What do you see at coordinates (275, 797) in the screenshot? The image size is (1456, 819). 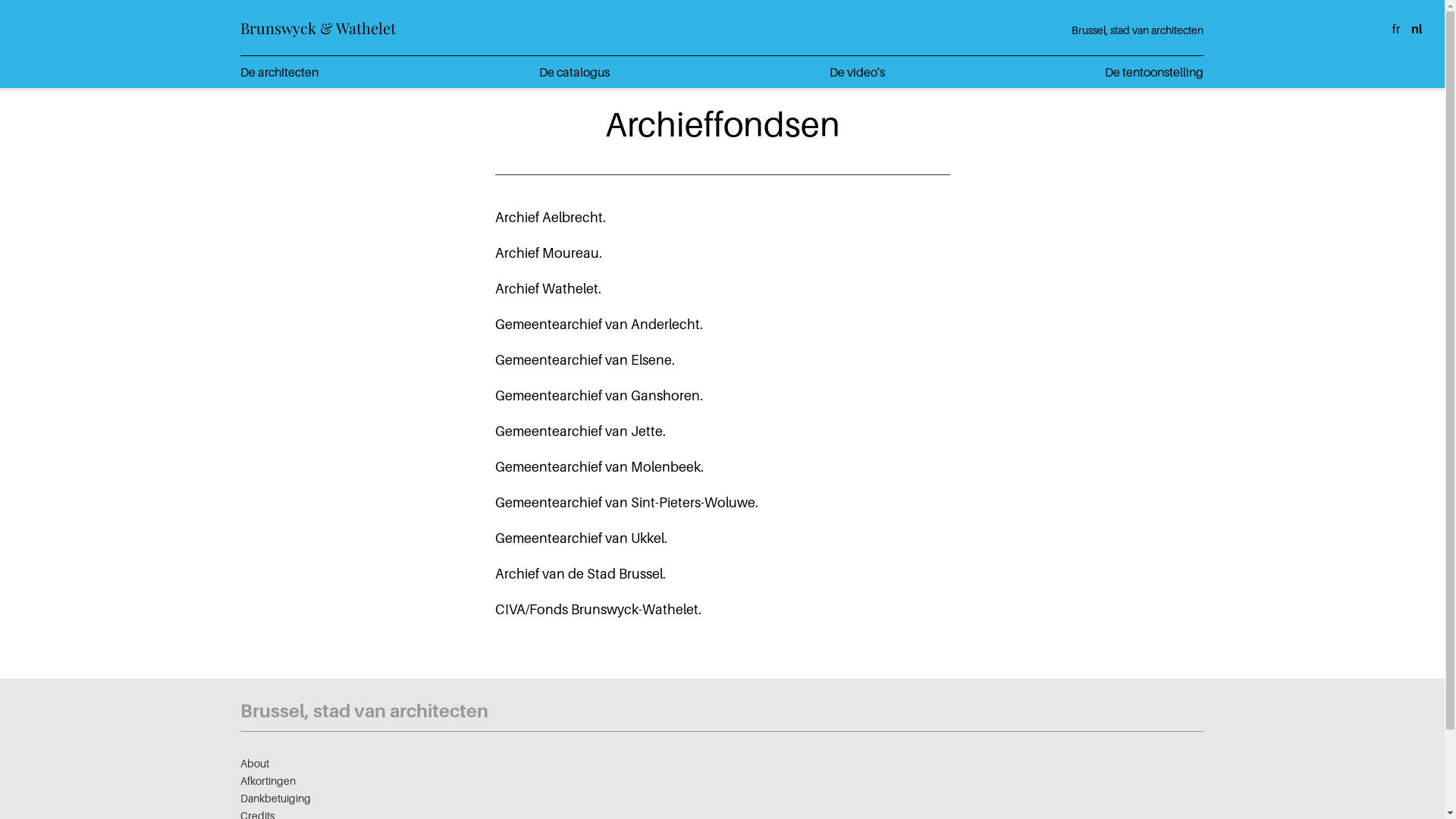 I see `'Dankbetuiging'` at bounding box center [275, 797].